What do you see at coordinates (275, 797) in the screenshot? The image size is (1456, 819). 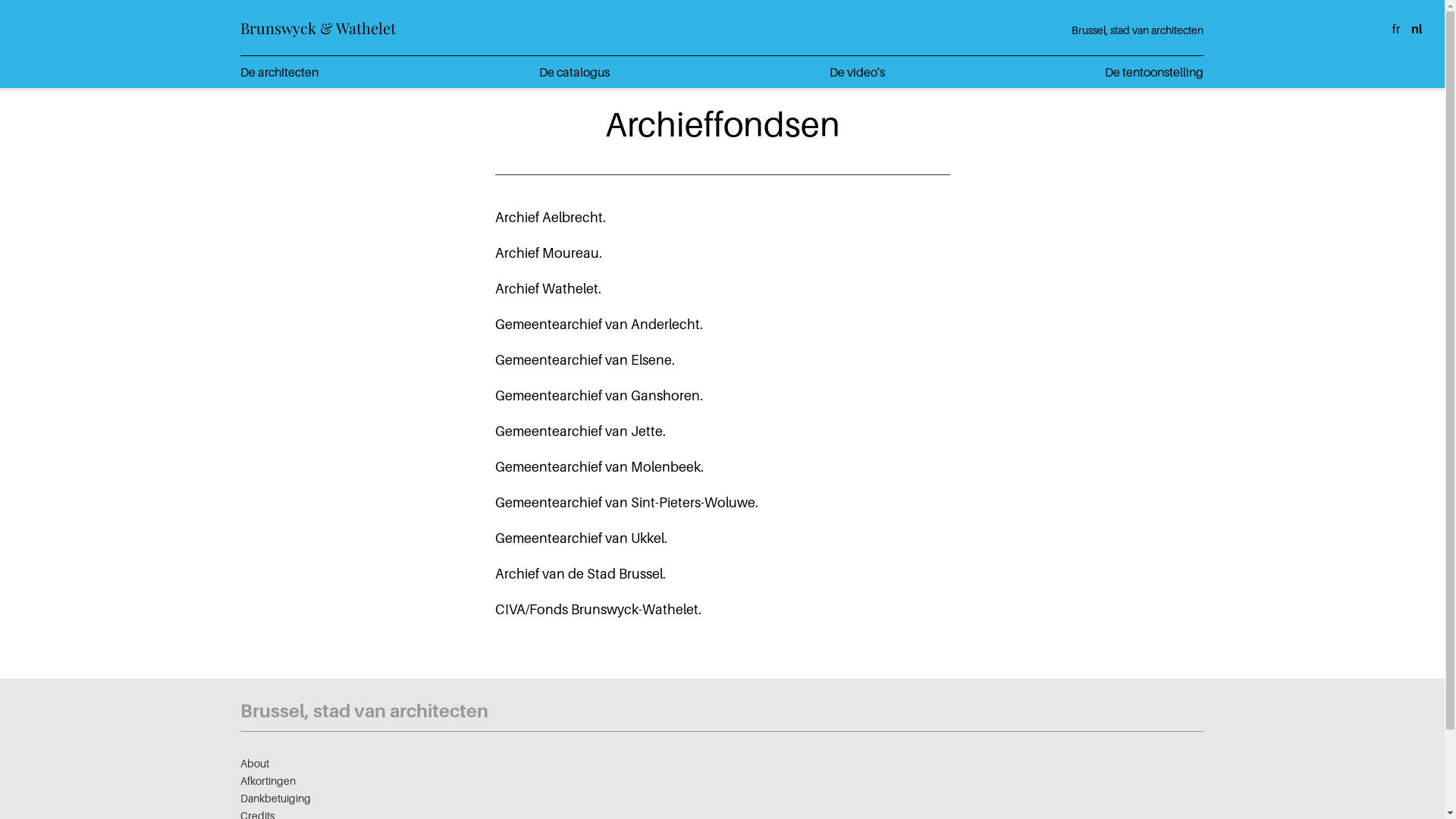 I see `'Dankbetuiging'` at bounding box center [275, 797].